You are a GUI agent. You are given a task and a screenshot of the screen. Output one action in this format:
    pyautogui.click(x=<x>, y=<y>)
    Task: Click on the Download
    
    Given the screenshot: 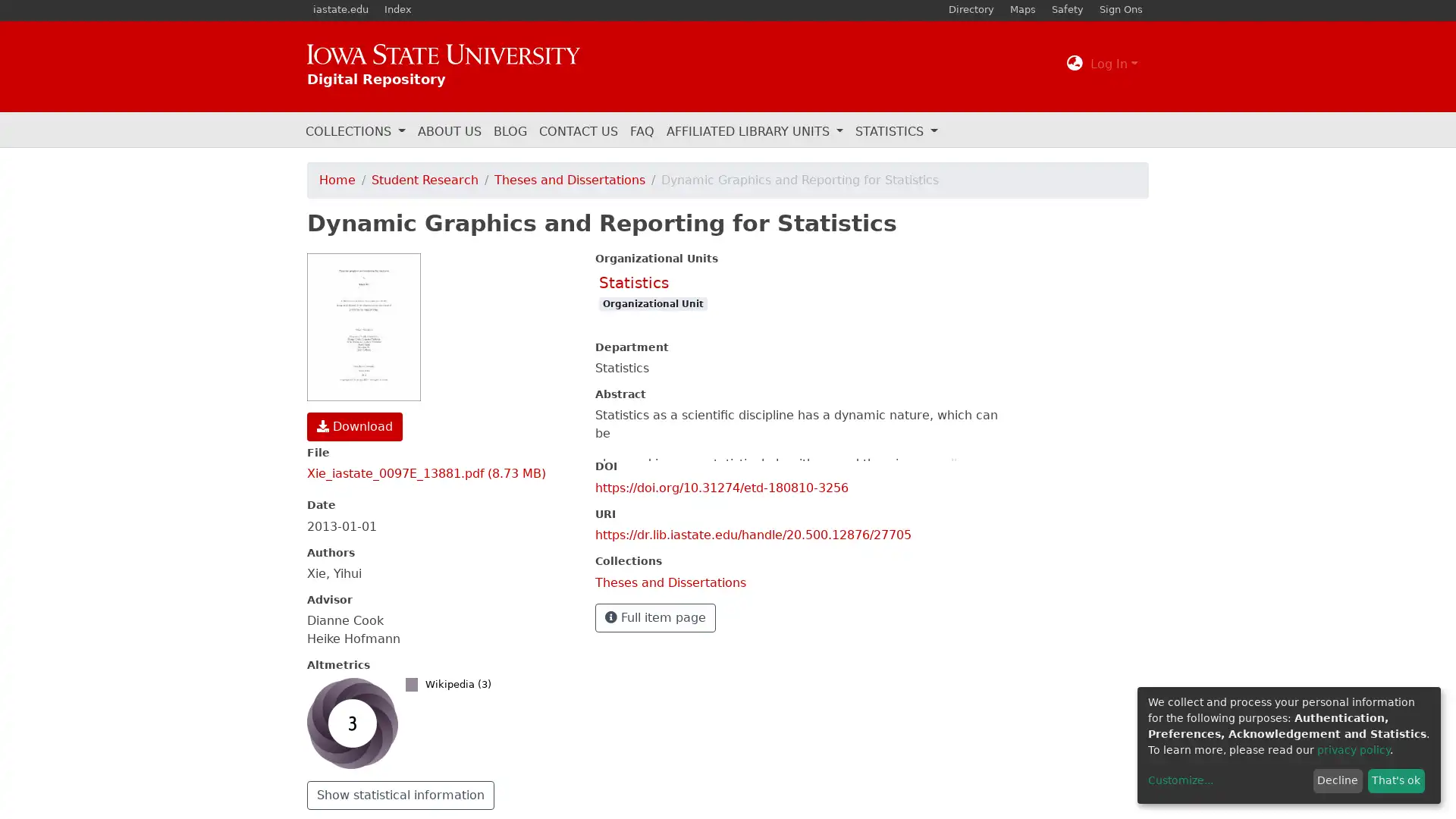 What is the action you would take?
    pyautogui.click(x=353, y=426)
    